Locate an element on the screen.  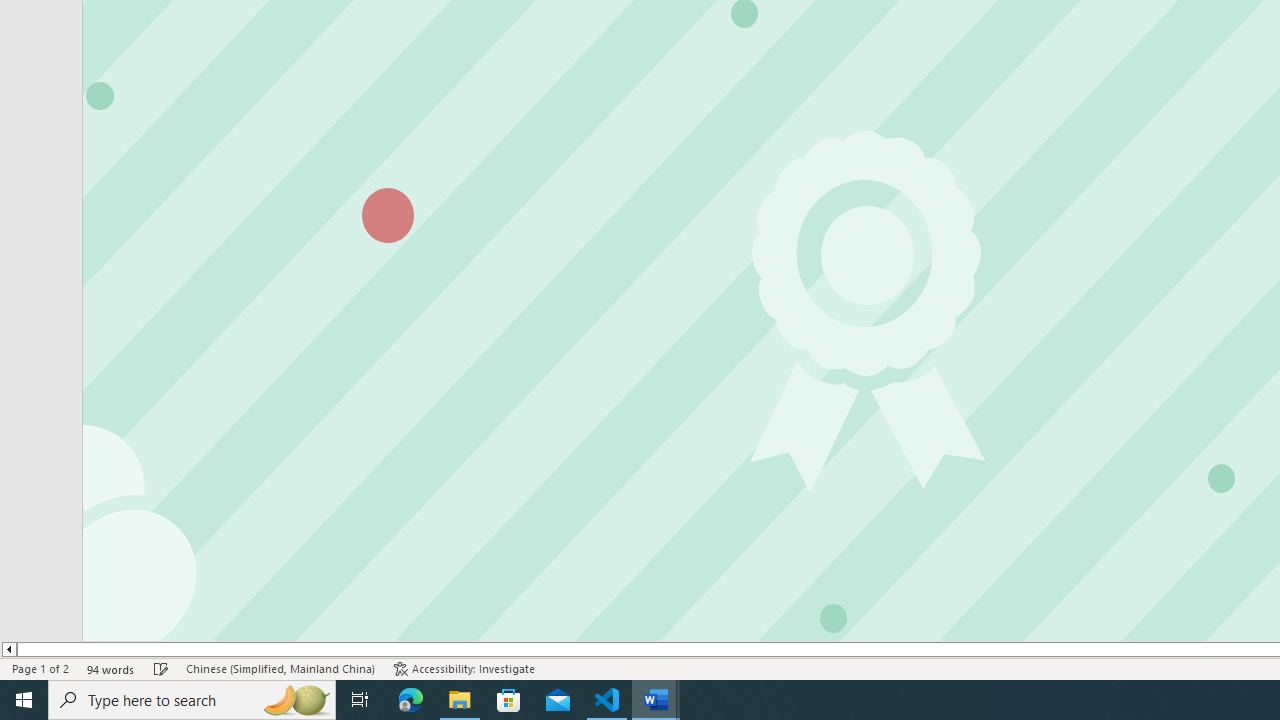
'Spelling and Grammar Check Checking' is located at coordinates (161, 669).